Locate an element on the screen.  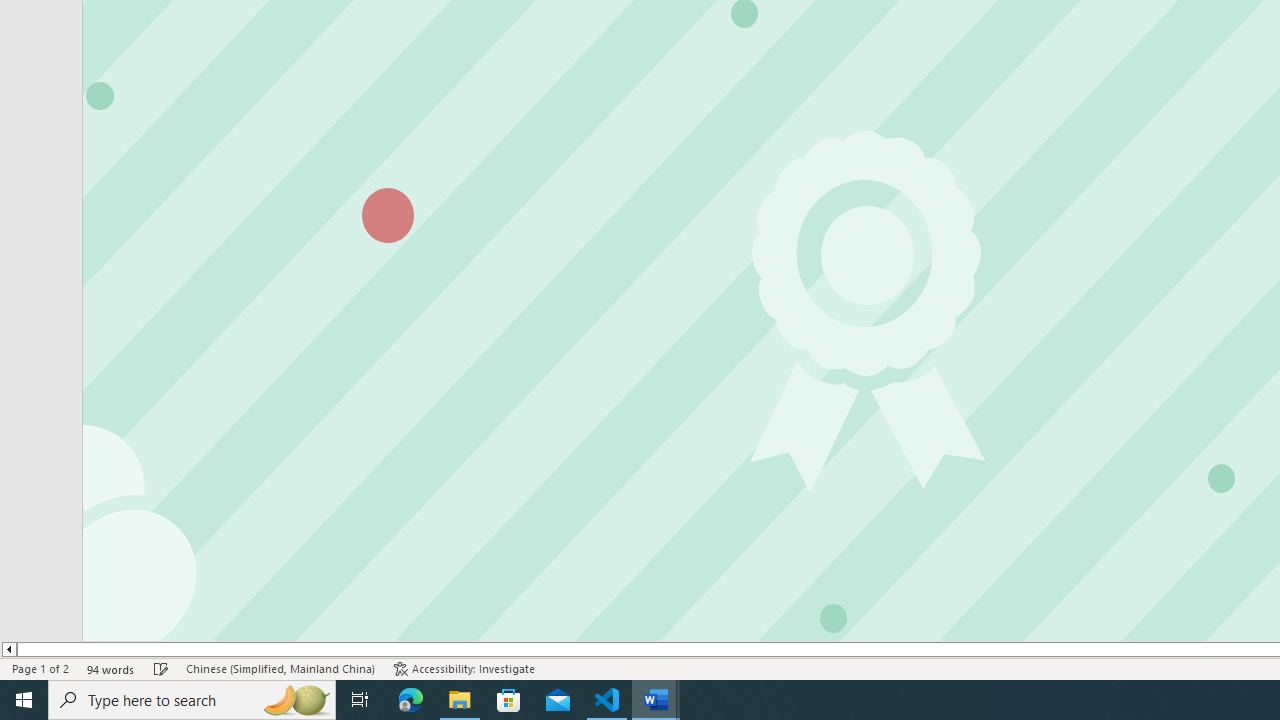
'Spelling and Grammar Check Checking' is located at coordinates (161, 669).